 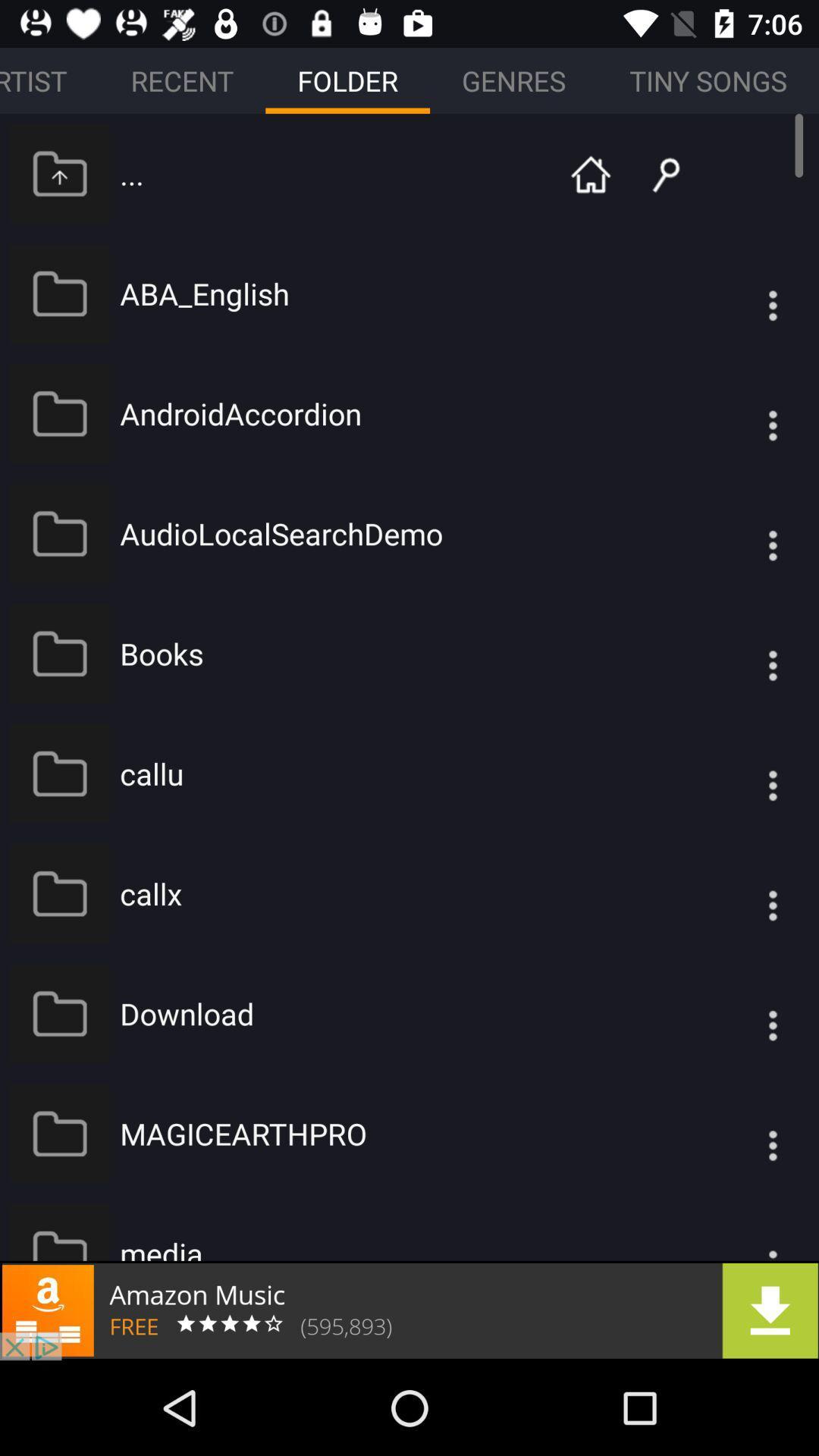 What do you see at coordinates (742, 1231) in the screenshot?
I see `expand options` at bounding box center [742, 1231].